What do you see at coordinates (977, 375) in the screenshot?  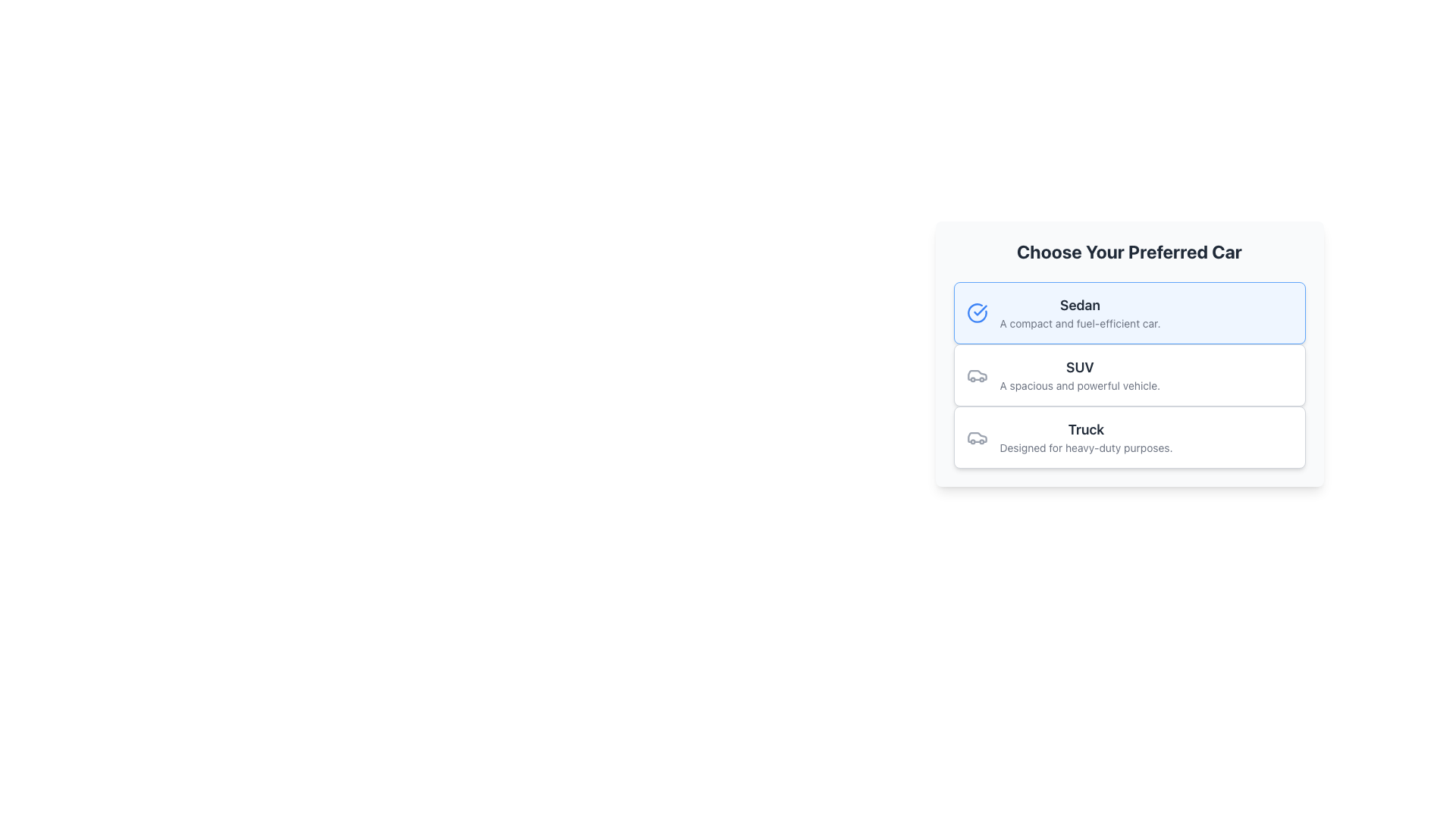 I see `the car icon that is gray and minimalistic, located to the left of the 'SUV' description` at bounding box center [977, 375].